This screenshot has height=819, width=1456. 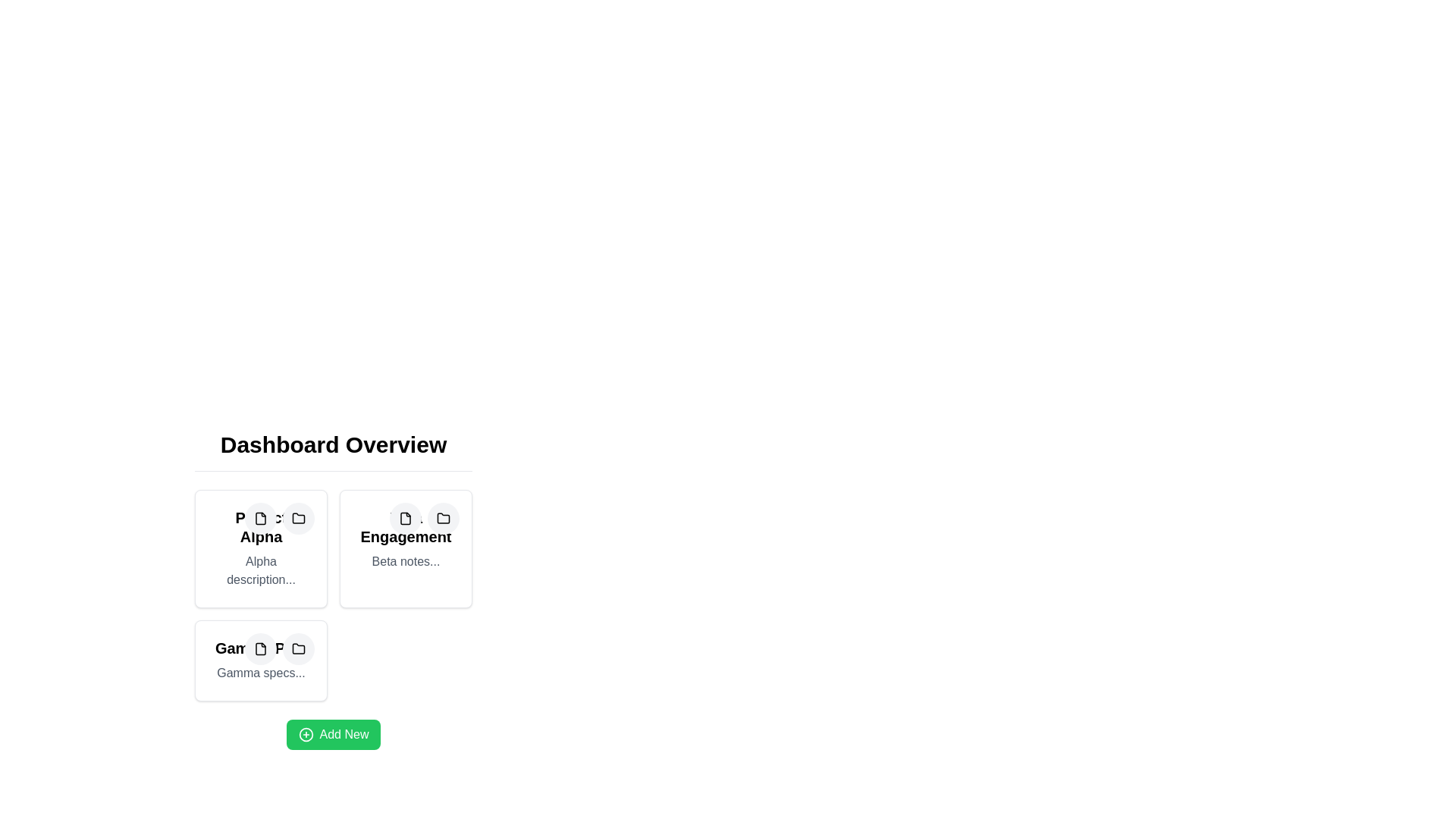 I want to click on the file/document icon located in the lower-left card of the dashboard titled 'Gamma specs...', positioned towards the left within the card, so click(x=261, y=648).